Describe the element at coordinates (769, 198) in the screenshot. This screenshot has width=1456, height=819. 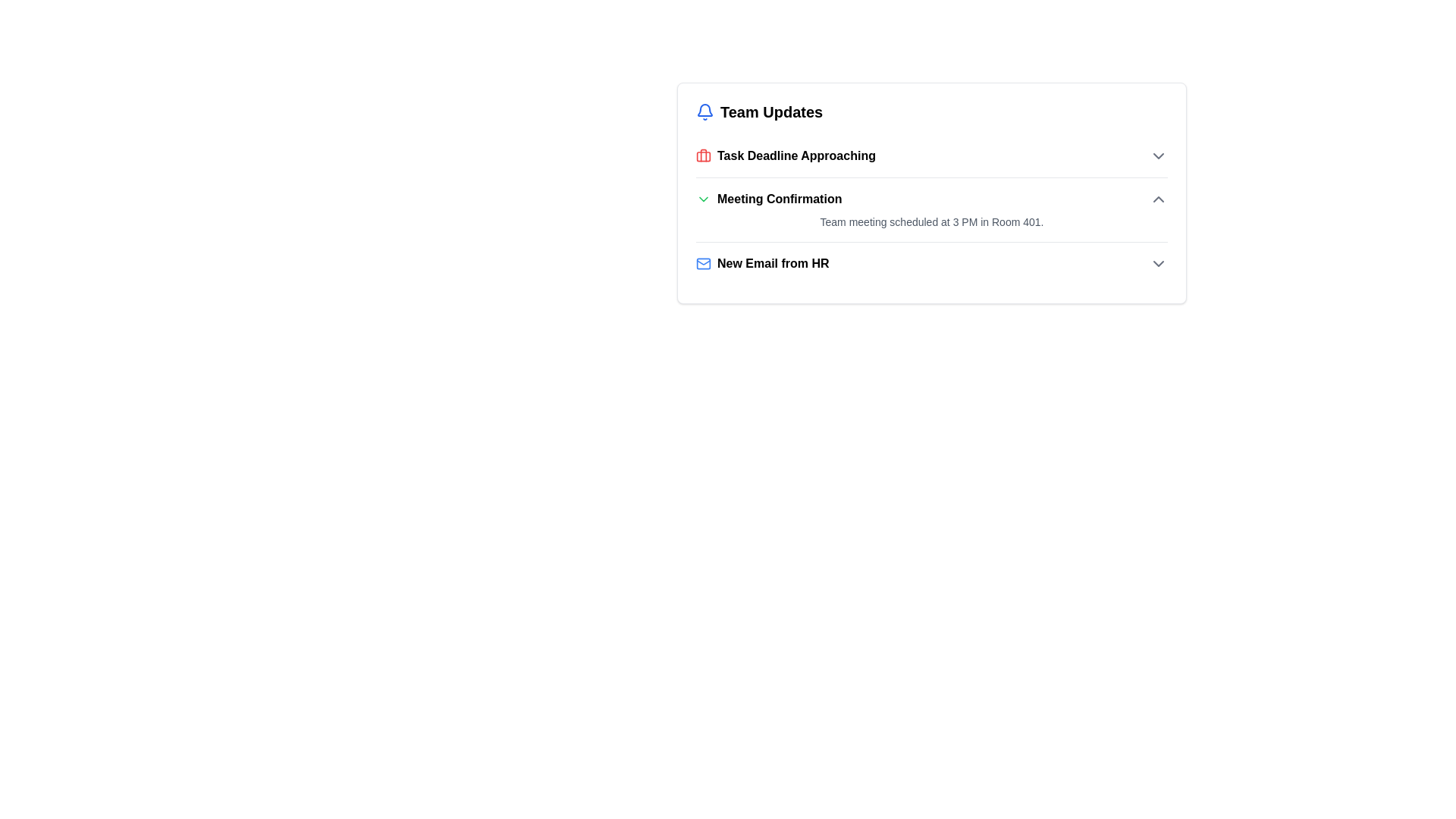
I see `text label 'Meeting Confirmation' located in the notification box titled 'Team Updates', positioned between 'Task Deadline Approaching' and 'New Email from HR'` at that location.